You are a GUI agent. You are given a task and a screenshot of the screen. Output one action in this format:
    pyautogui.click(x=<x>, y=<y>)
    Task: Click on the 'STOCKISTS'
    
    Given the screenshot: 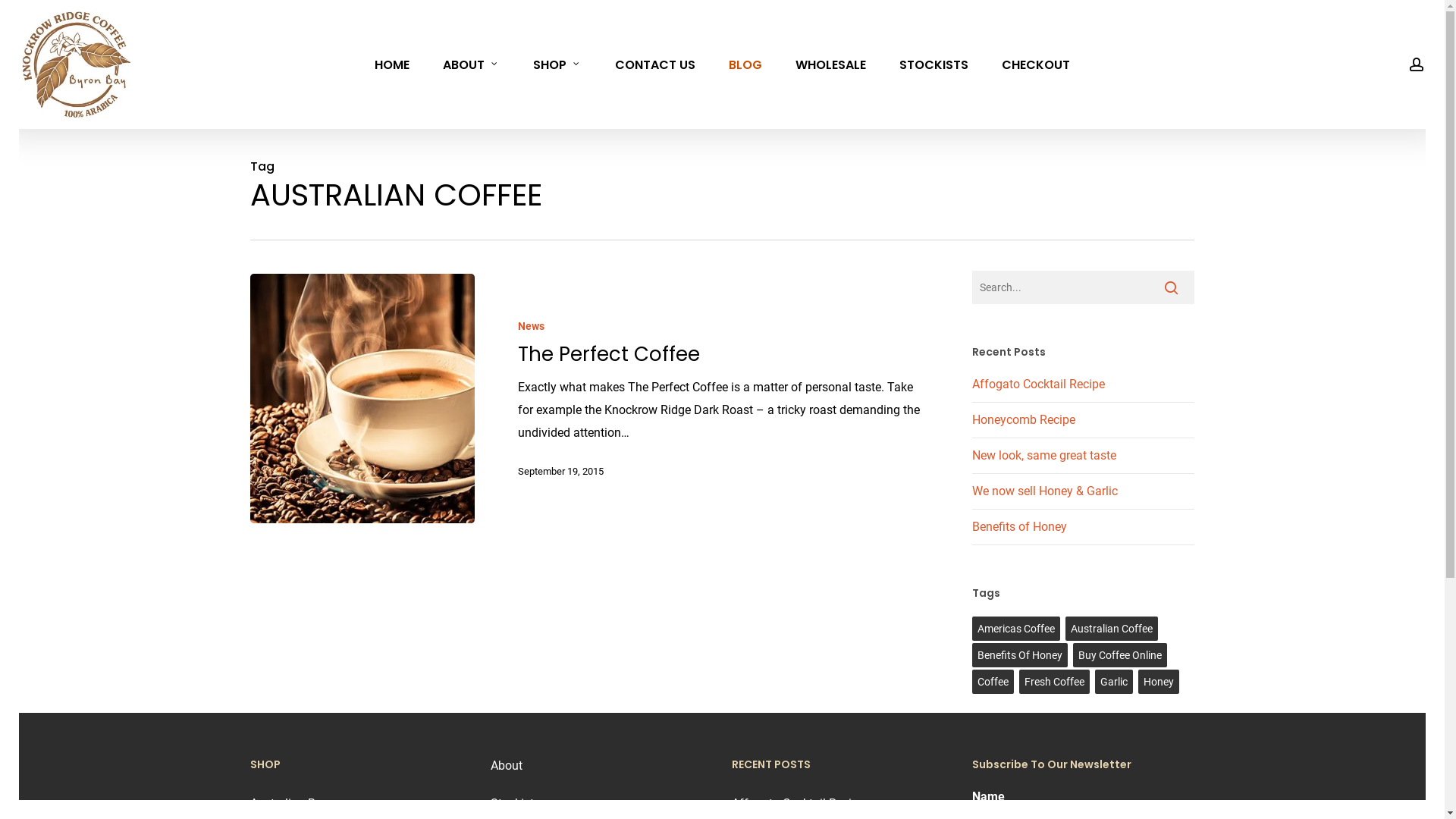 What is the action you would take?
    pyautogui.click(x=933, y=63)
    